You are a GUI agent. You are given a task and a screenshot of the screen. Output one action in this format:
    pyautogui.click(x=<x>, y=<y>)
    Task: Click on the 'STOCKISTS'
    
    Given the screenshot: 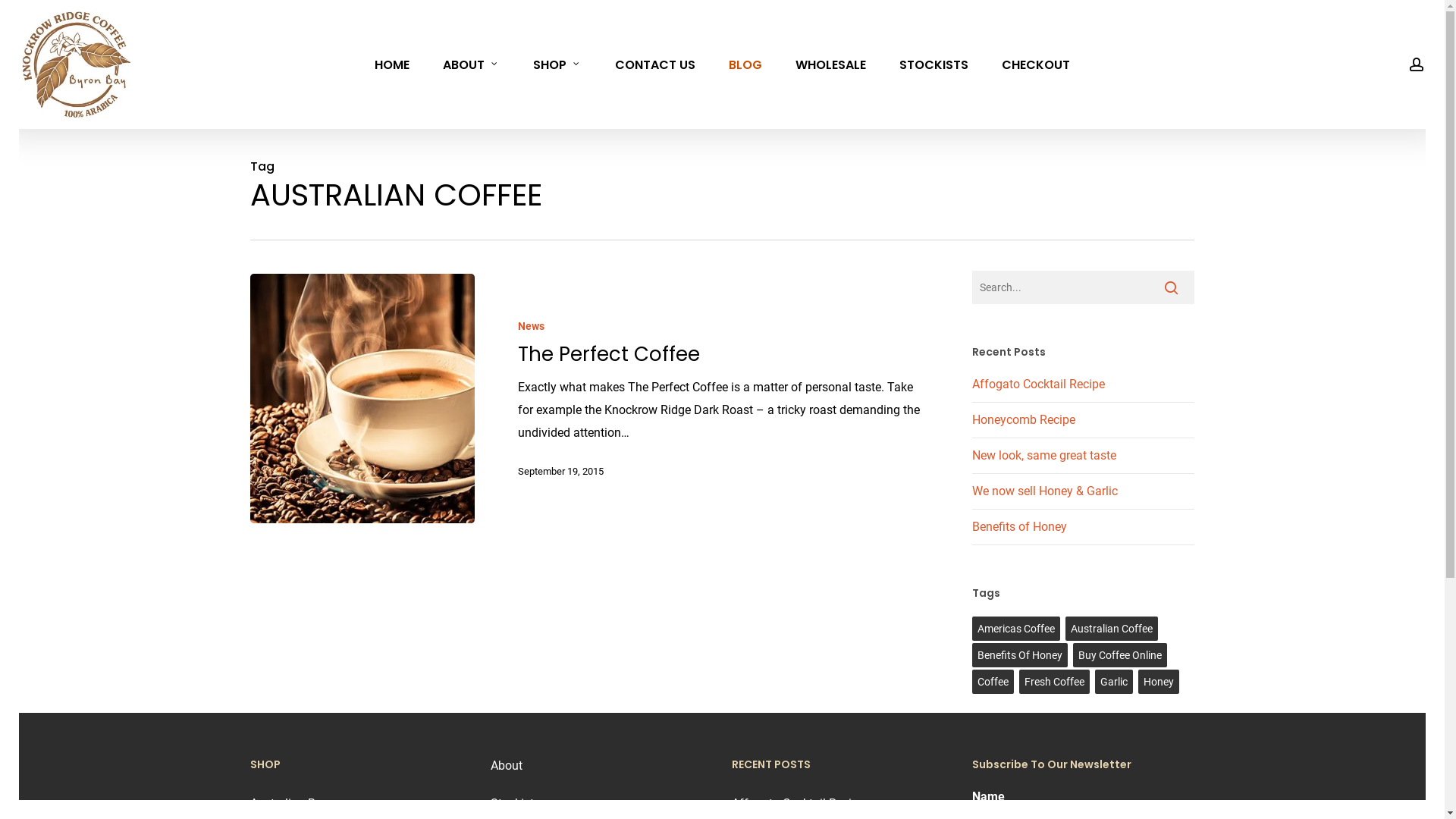 What is the action you would take?
    pyautogui.click(x=933, y=63)
    